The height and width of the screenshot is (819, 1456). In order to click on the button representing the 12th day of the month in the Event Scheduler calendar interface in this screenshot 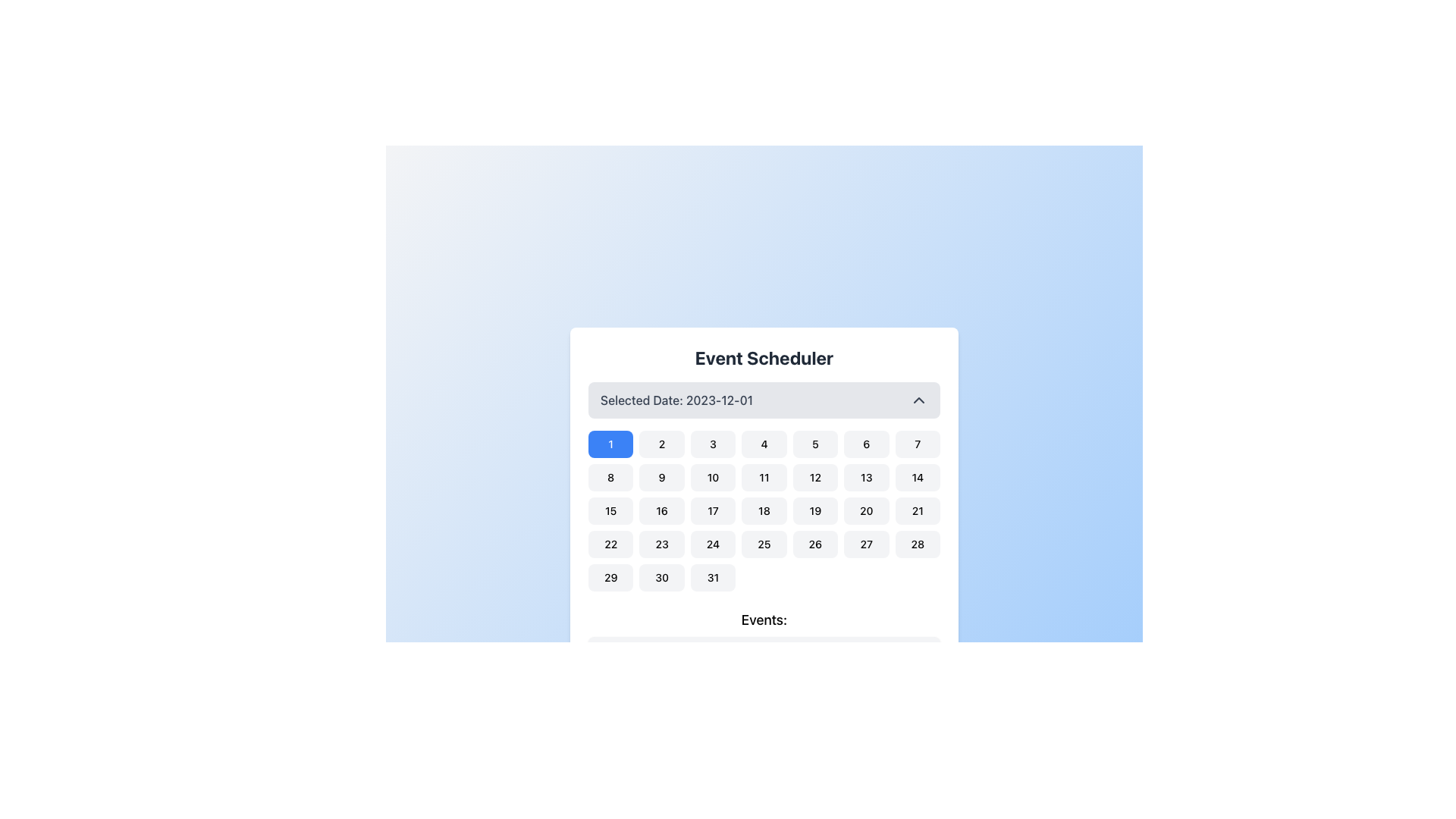, I will do `click(814, 476)`.